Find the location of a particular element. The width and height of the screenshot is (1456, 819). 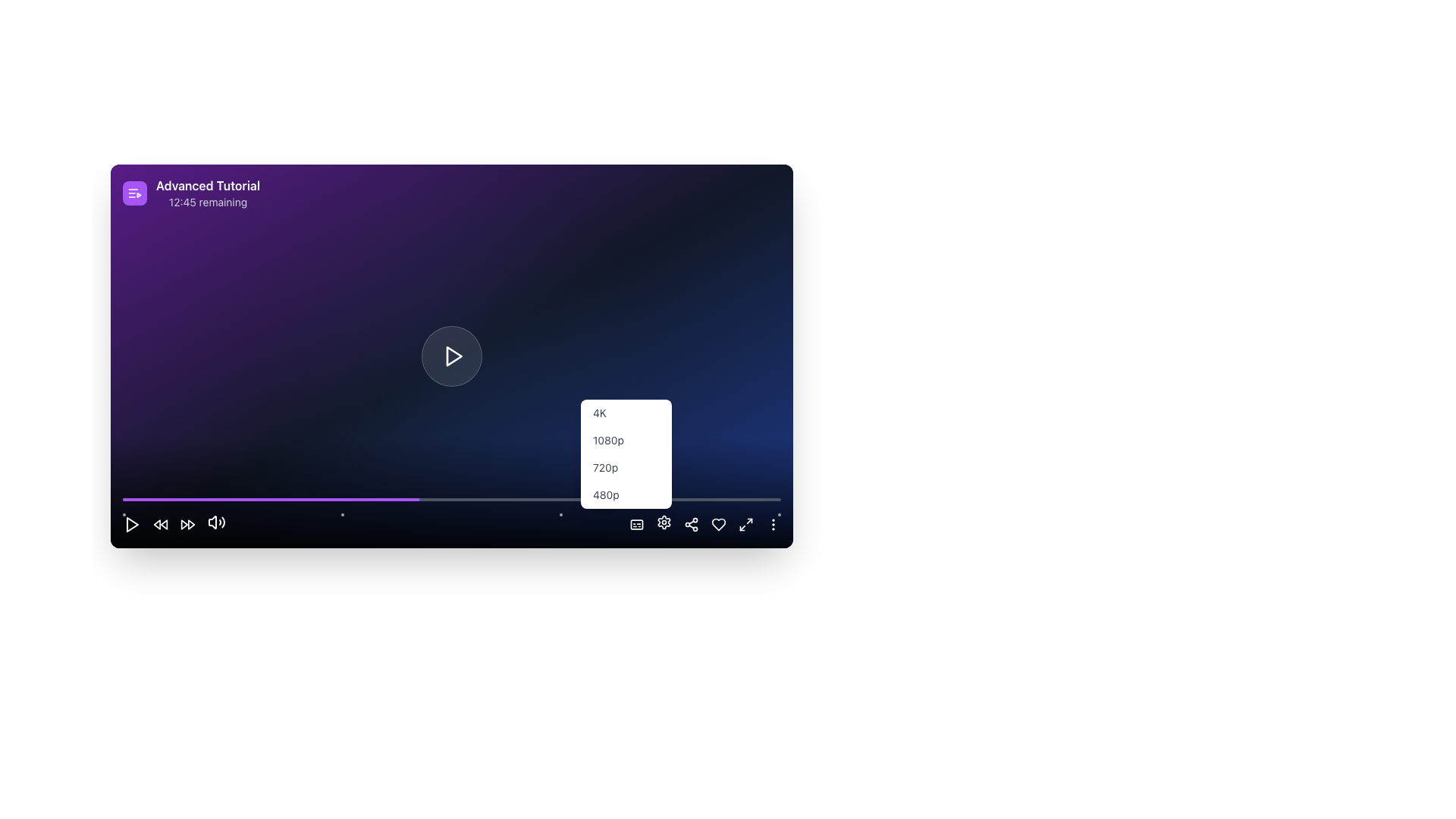

the triangular play button, which has a white outline and is centered within a circular background, to play the media is located at coordinates (453, 356).